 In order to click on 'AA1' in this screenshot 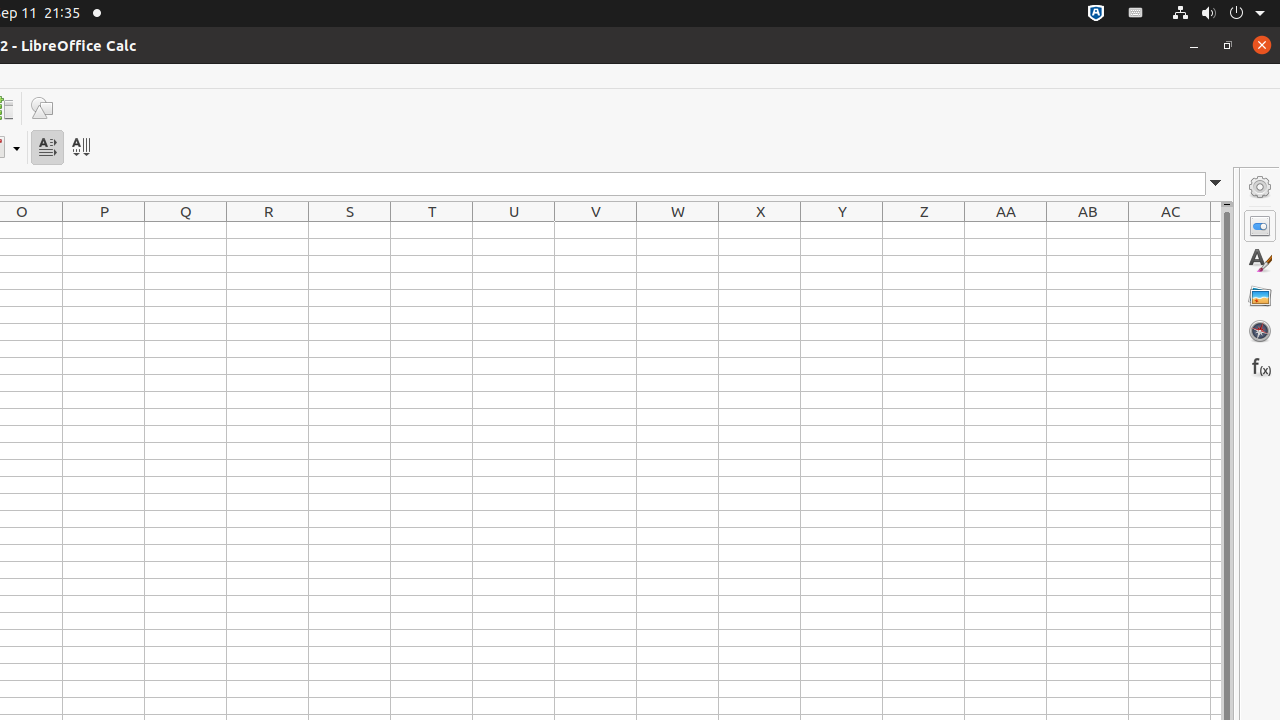, I will do `click(1005, 229)`.